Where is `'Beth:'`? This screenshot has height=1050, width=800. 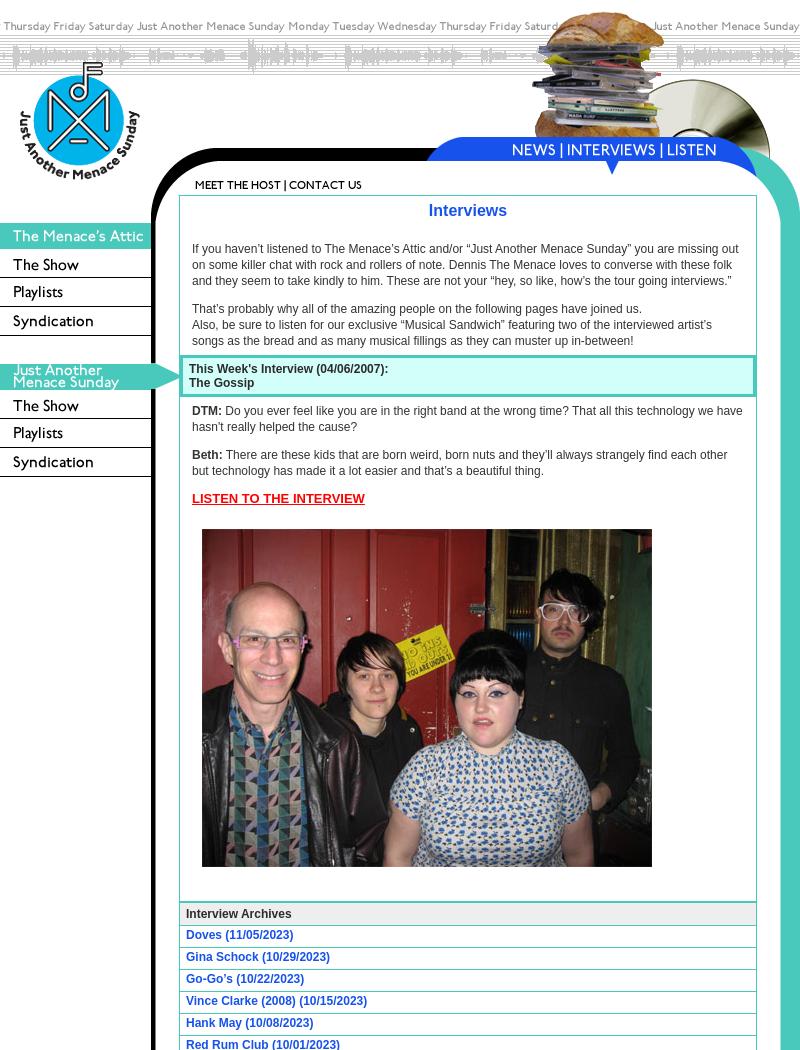 'Beth:' is located at coordinates (207, 454).